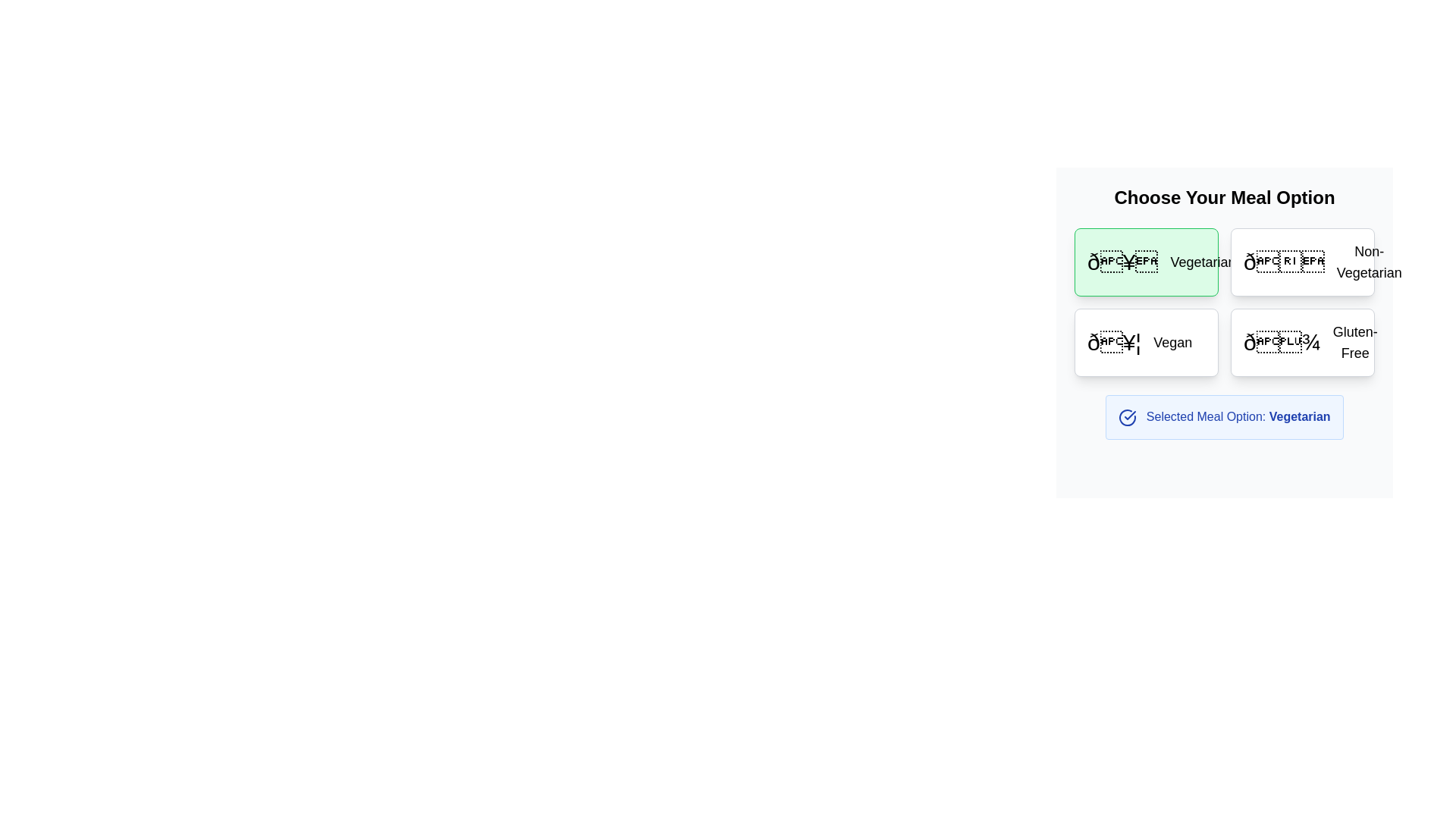 The image size is (1456, 819). Describe the element at coordinates (1302, 262) in the screenshot. I see `the 'Non-Vegetarian' button, which is a rectangular button with a white background, gray border, and rounded edges, located in the second column of the top row in the food options grid` at that location.